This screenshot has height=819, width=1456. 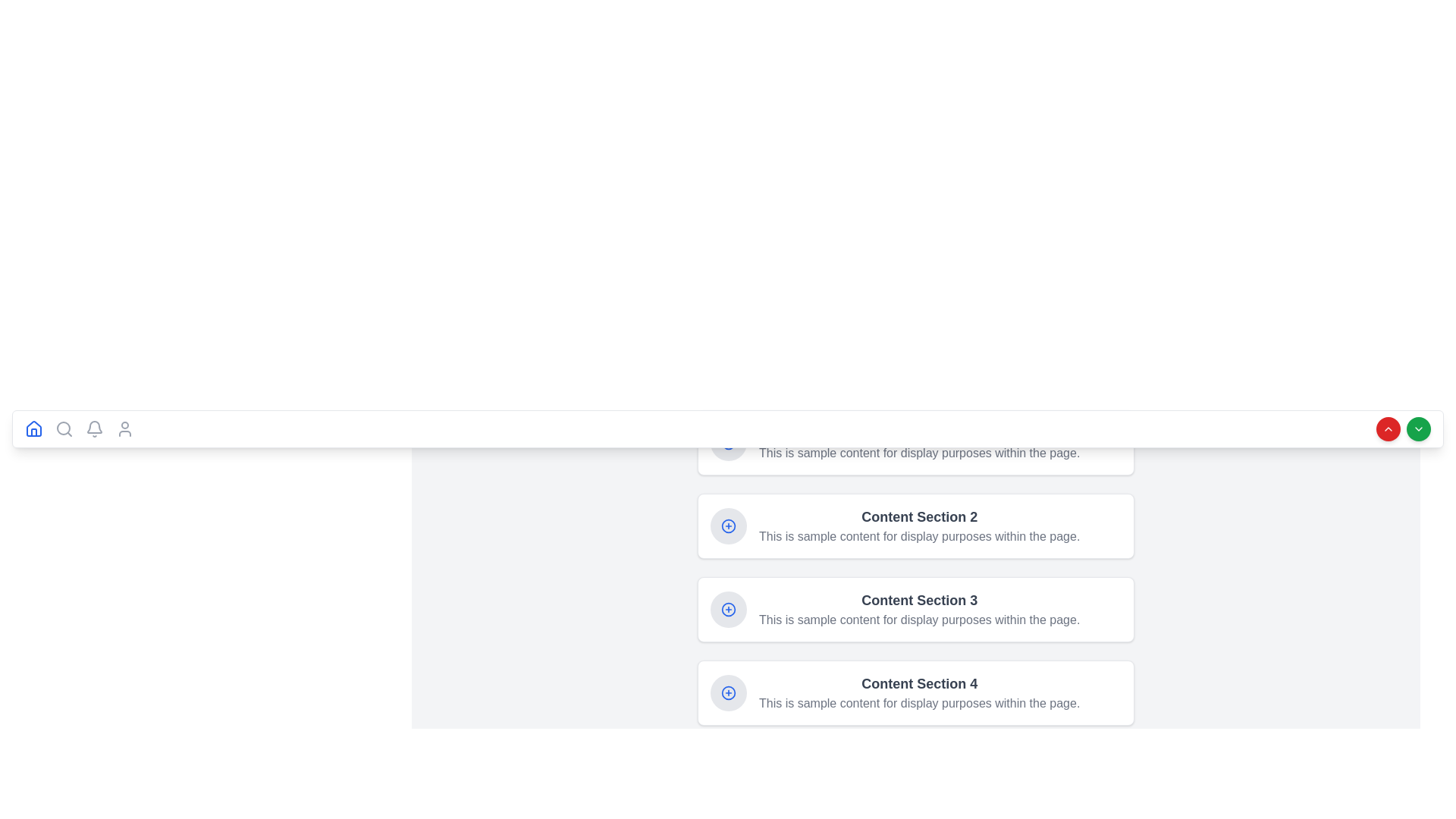 I want to click on the button located on the left side of 'Content Section 2', so click(x=728, y=526).